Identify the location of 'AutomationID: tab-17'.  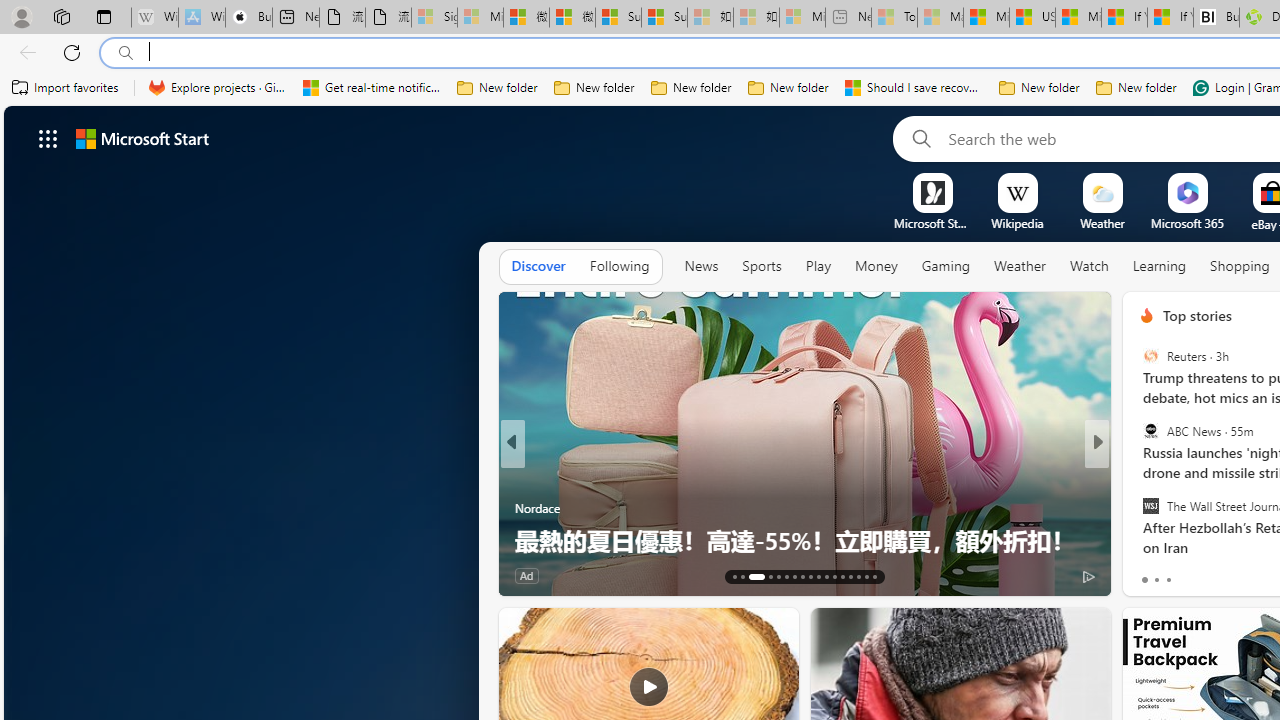
(777, 577).